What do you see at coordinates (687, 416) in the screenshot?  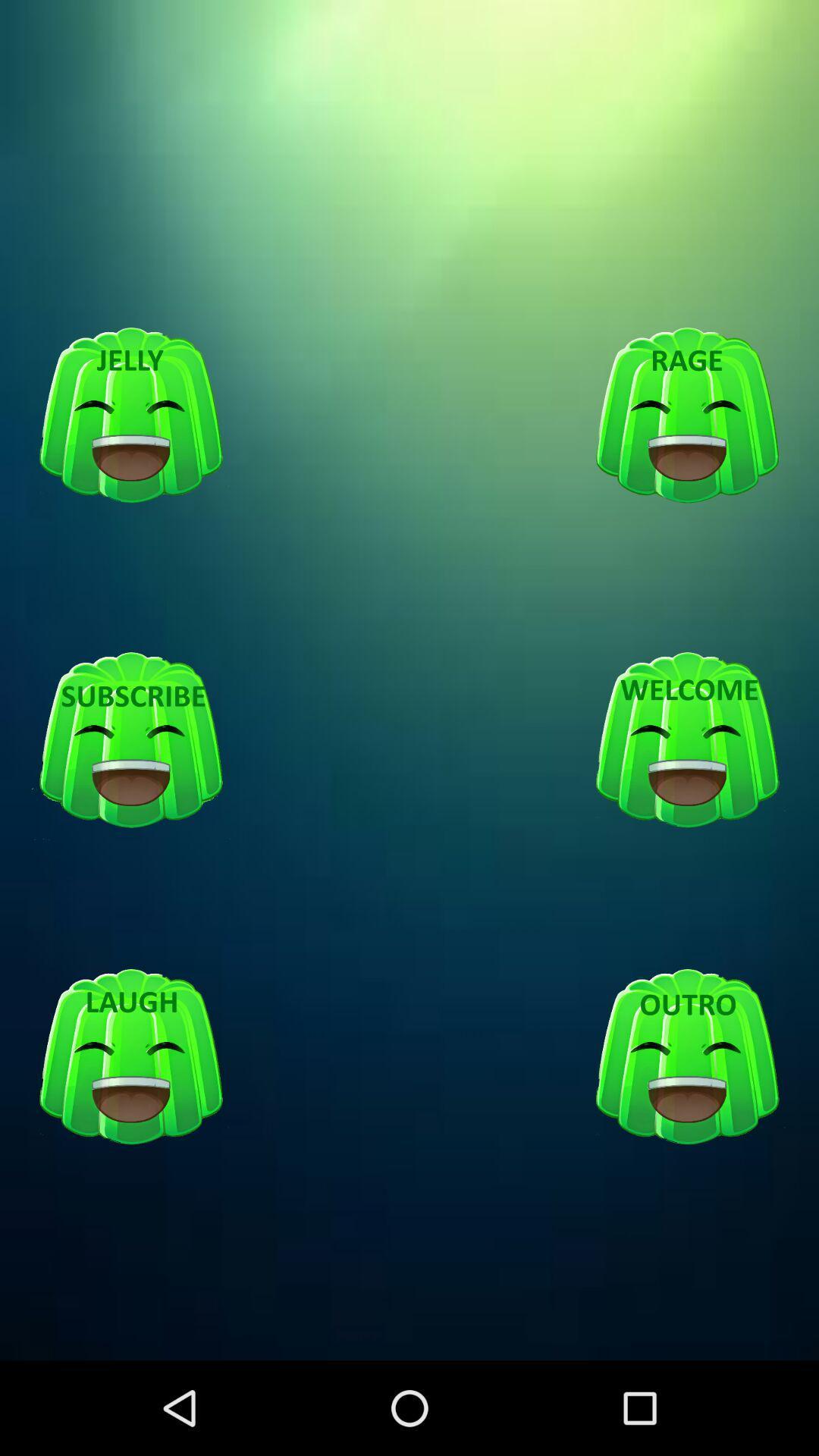 I see `rage` at bounding box center [687, 416].